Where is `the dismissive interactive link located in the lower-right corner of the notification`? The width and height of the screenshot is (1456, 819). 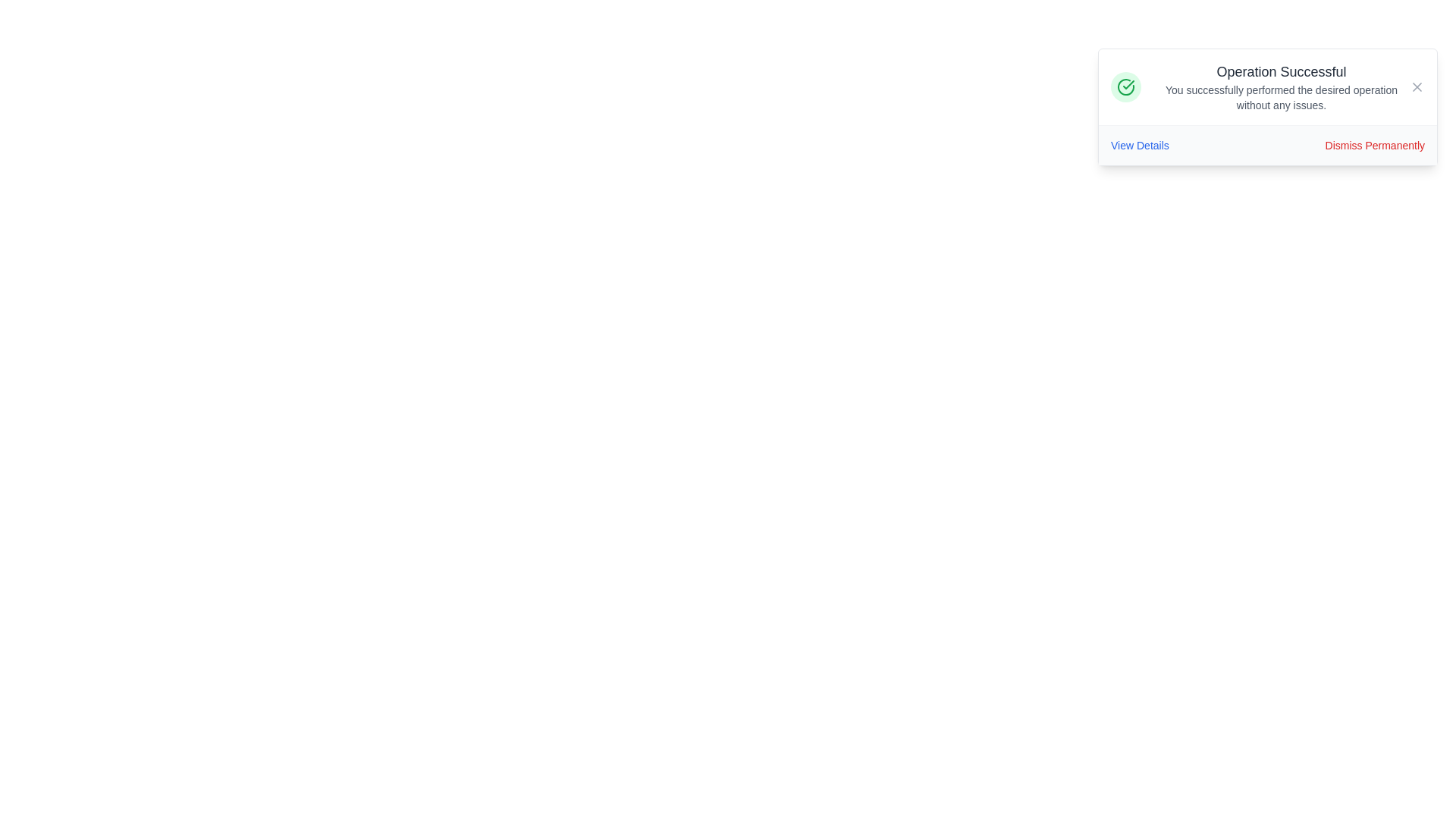
the dismissive interactive link located in the lower-right corner of the notification is located at coordinates (1375, 146).